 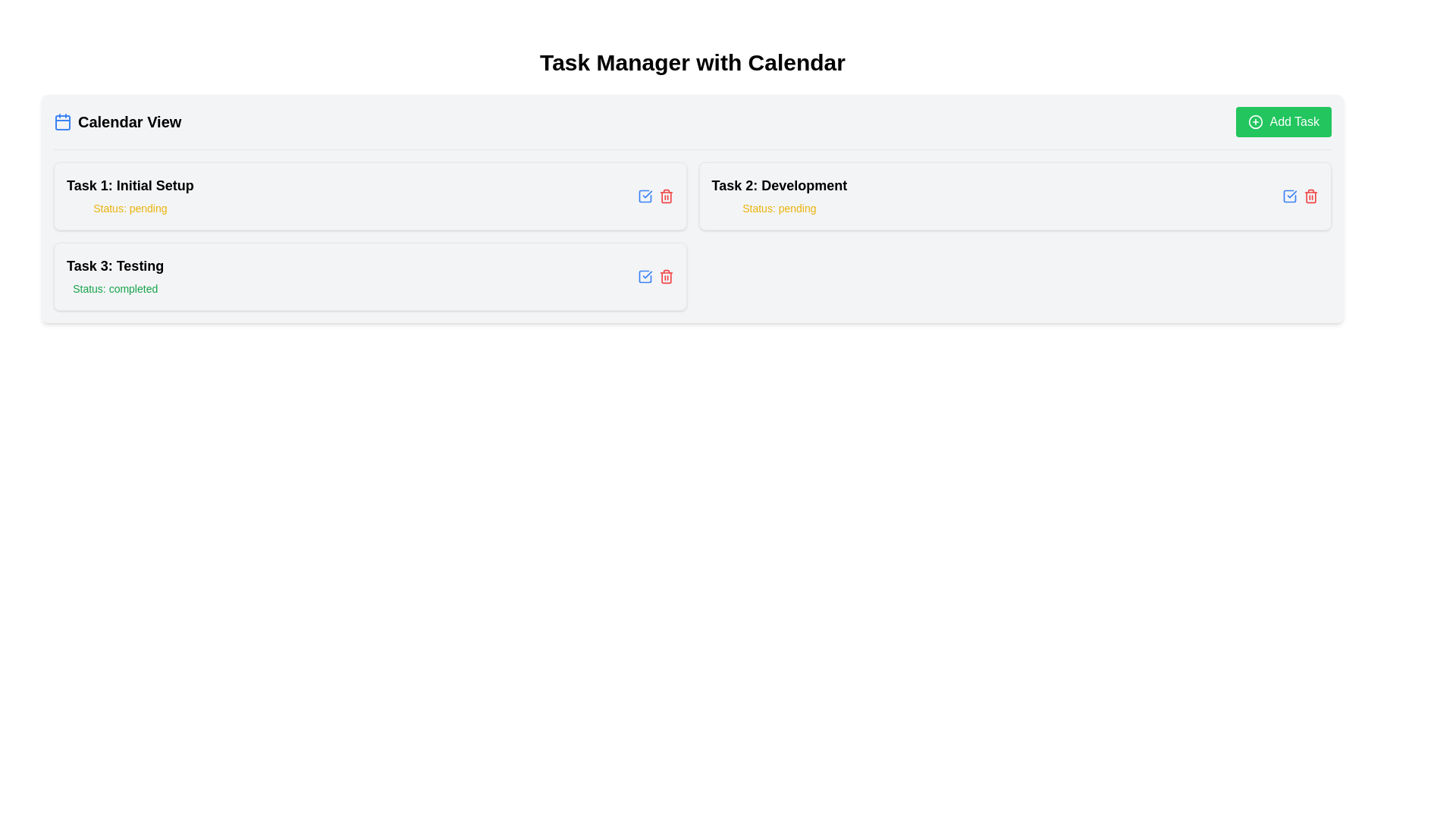 I want to click on the main body of the trash can icon within the SVG element next to 'Task 2: Development', so click(x=1310, y=196).